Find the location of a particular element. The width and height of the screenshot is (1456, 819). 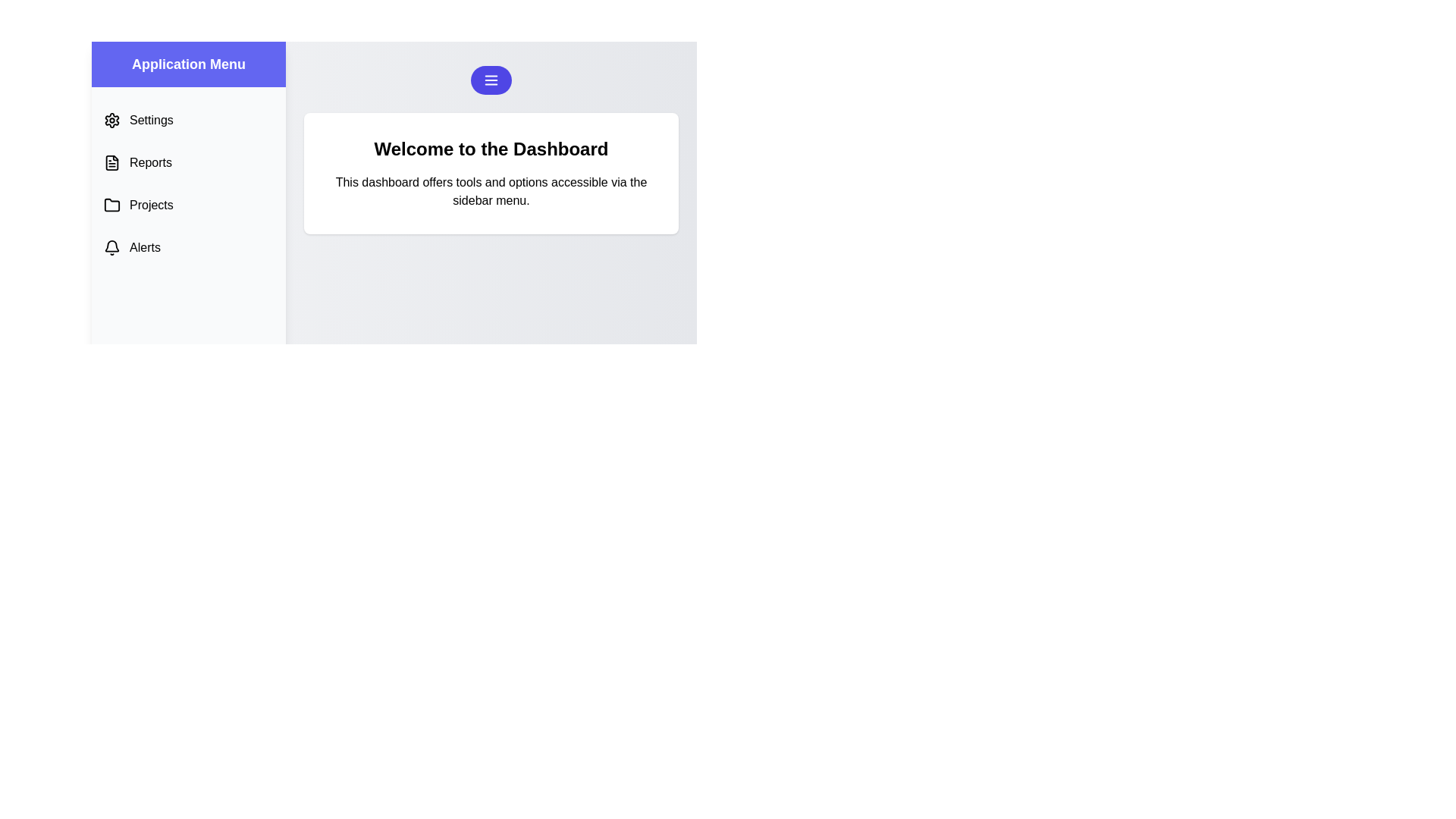

the menu option labeled 'Settings' to see its hover effect is located at coordinates (188, 119).